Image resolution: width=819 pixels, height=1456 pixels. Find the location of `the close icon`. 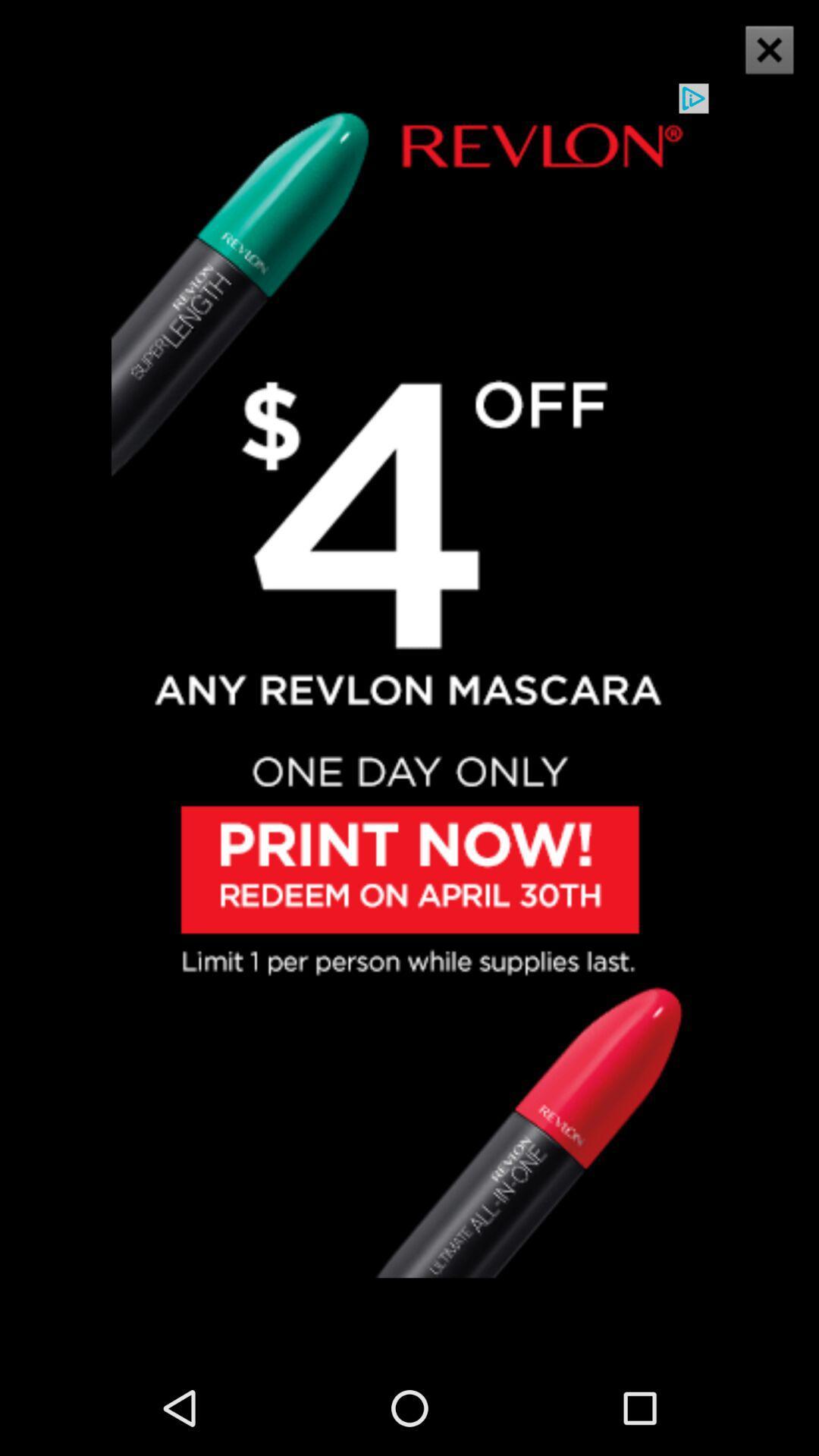

the close icon is located at coordinates (769, 53).